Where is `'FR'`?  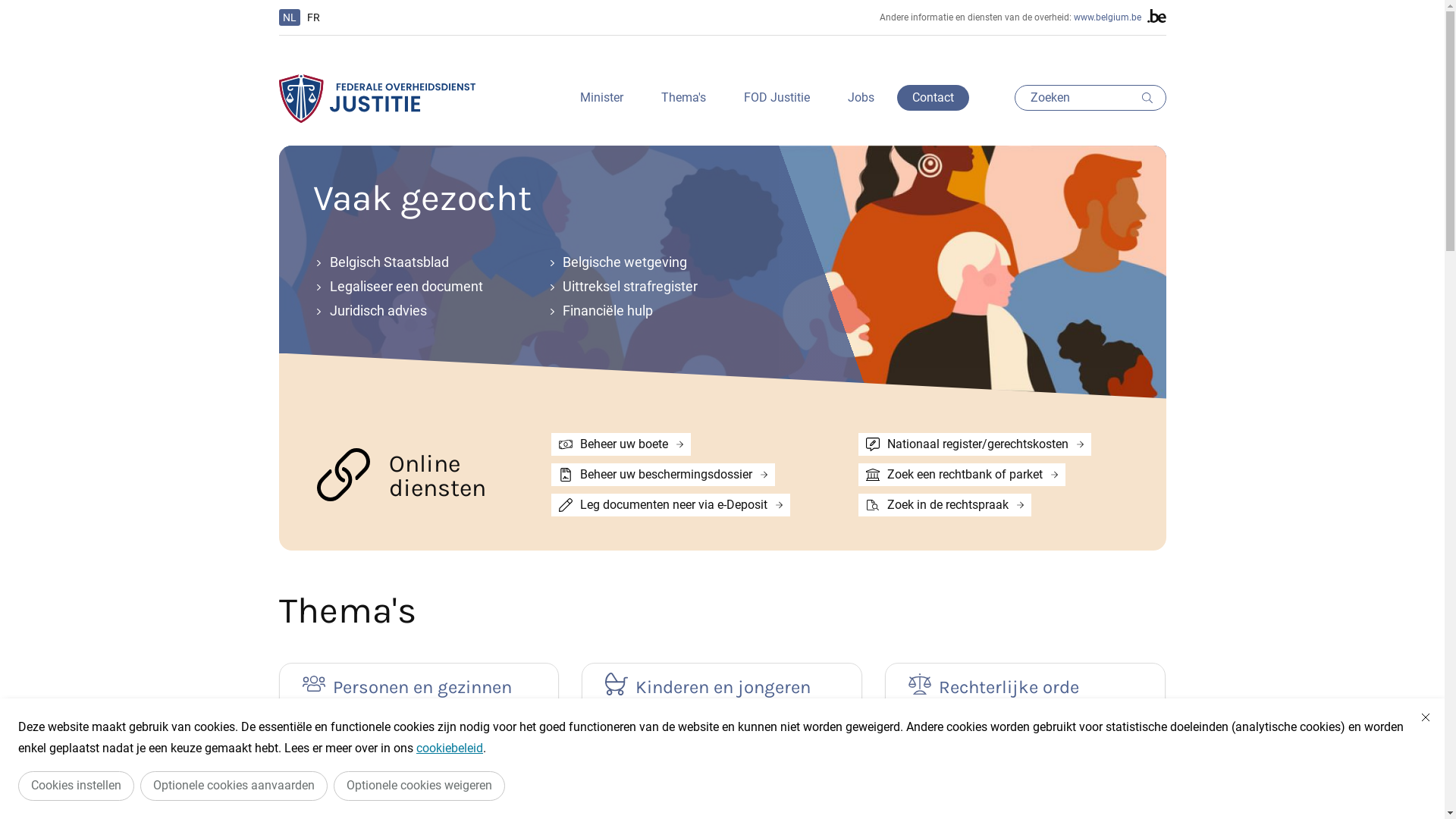 'FR' is located at coordinates (312, 17).